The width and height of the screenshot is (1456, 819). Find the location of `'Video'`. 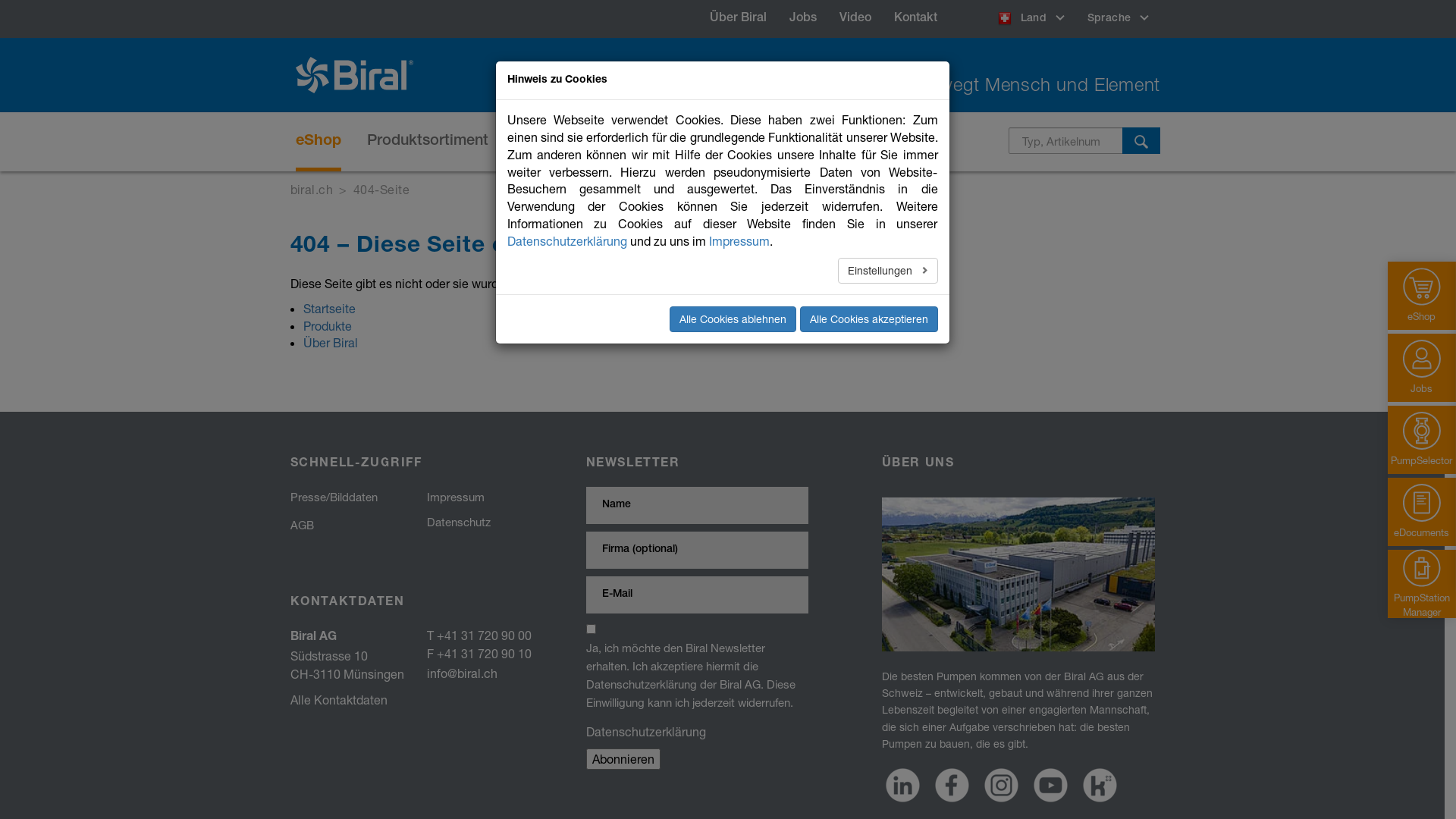

'Video' is located at coordinates (855, 18).